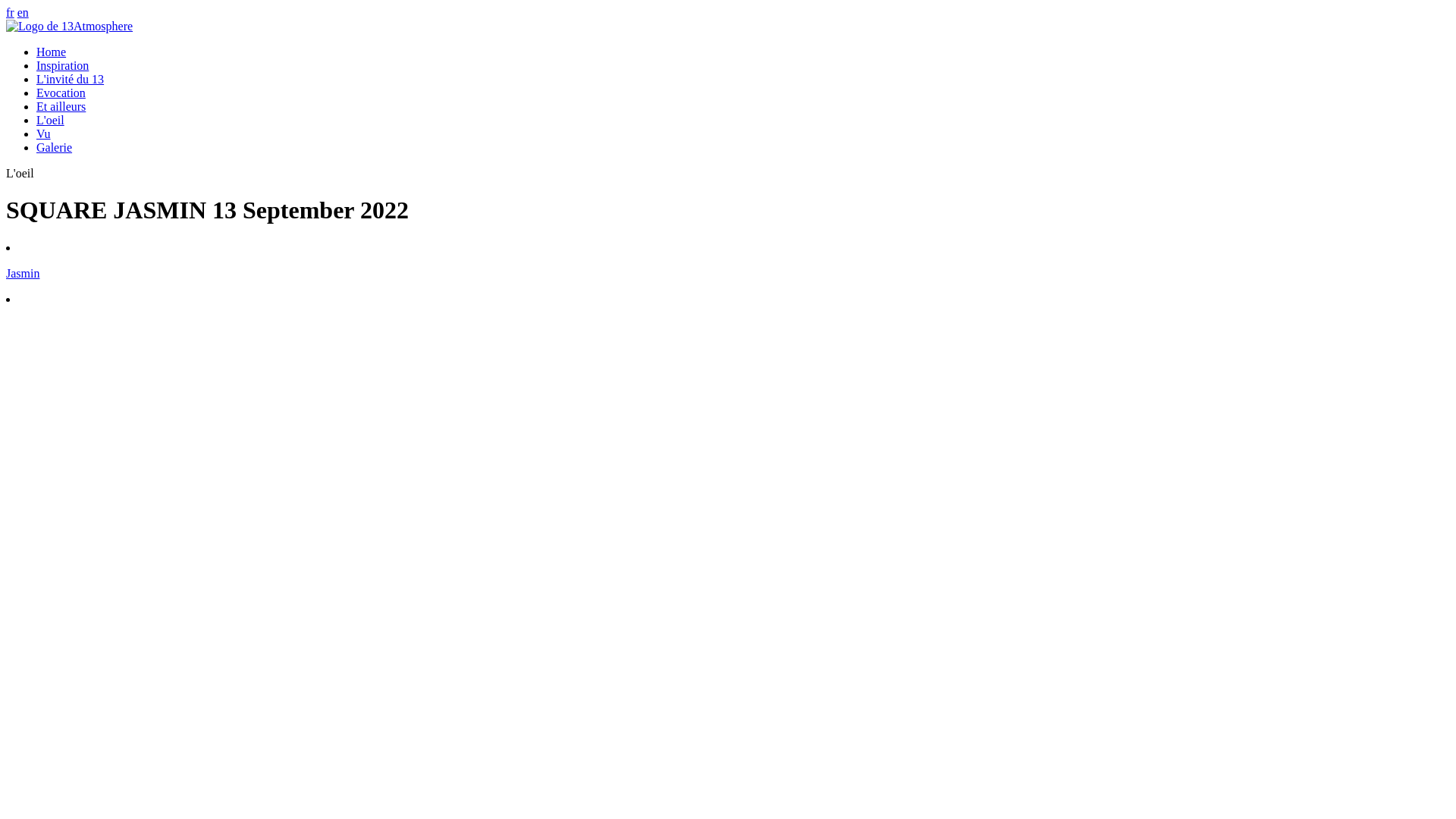  I want to click on 'Galerie', so click(54, 147).